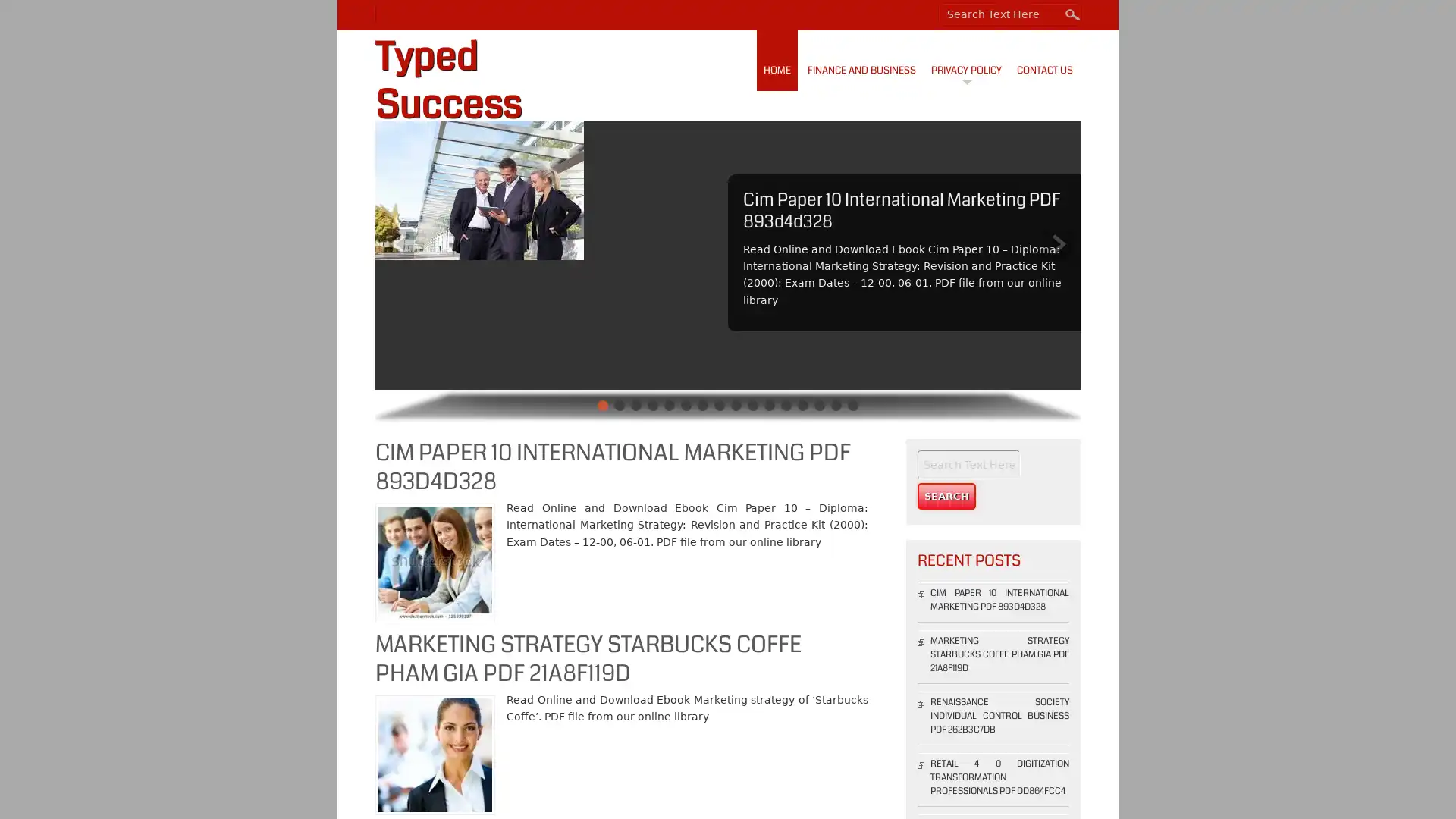 The image size is (1456, 819). What do you see at coordinates (946, 496) in the screenshot?
I see `Search` at bounding box center [946, 496].